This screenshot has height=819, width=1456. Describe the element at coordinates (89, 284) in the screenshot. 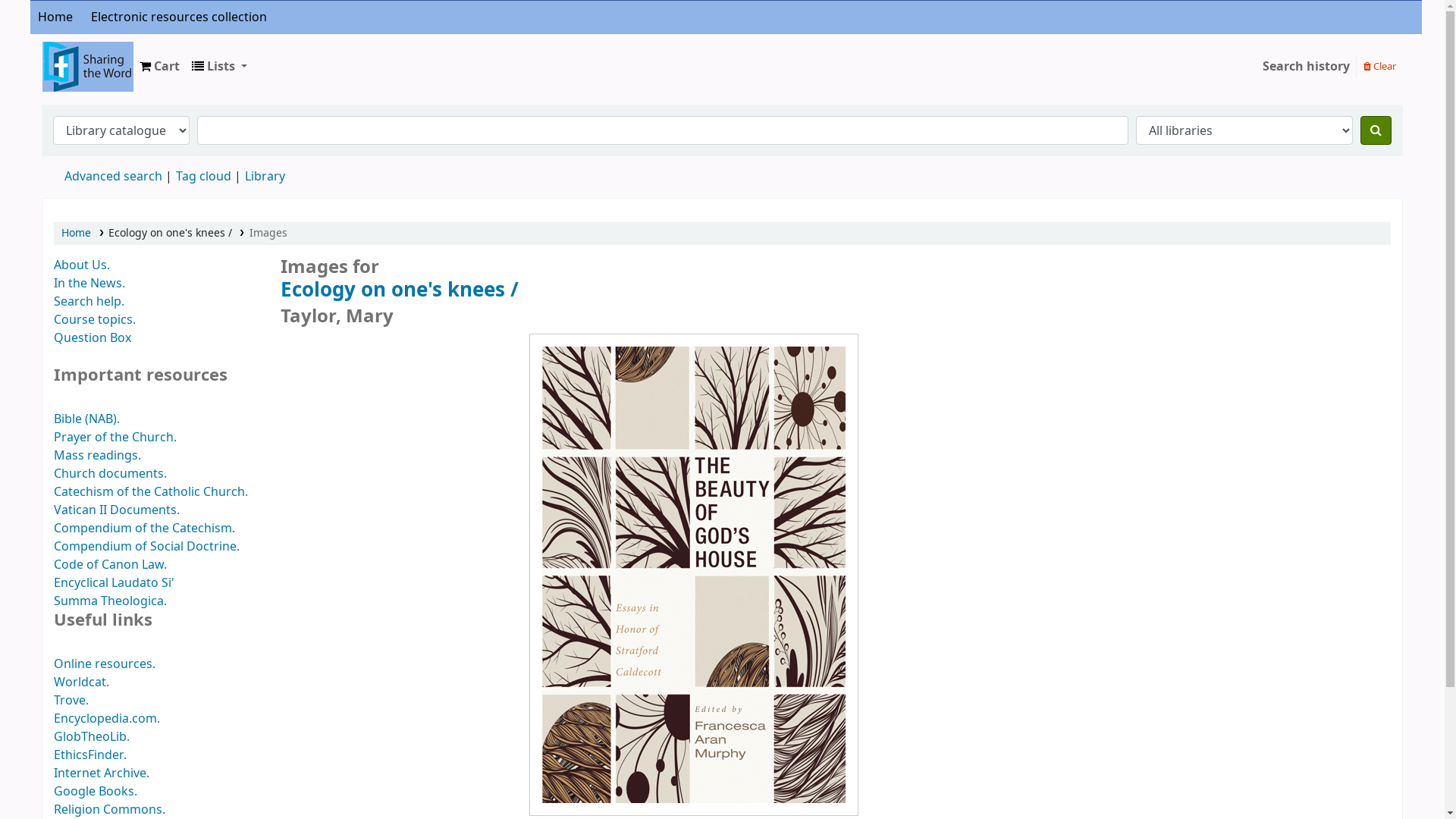

I see `'In the News.'` at that location.